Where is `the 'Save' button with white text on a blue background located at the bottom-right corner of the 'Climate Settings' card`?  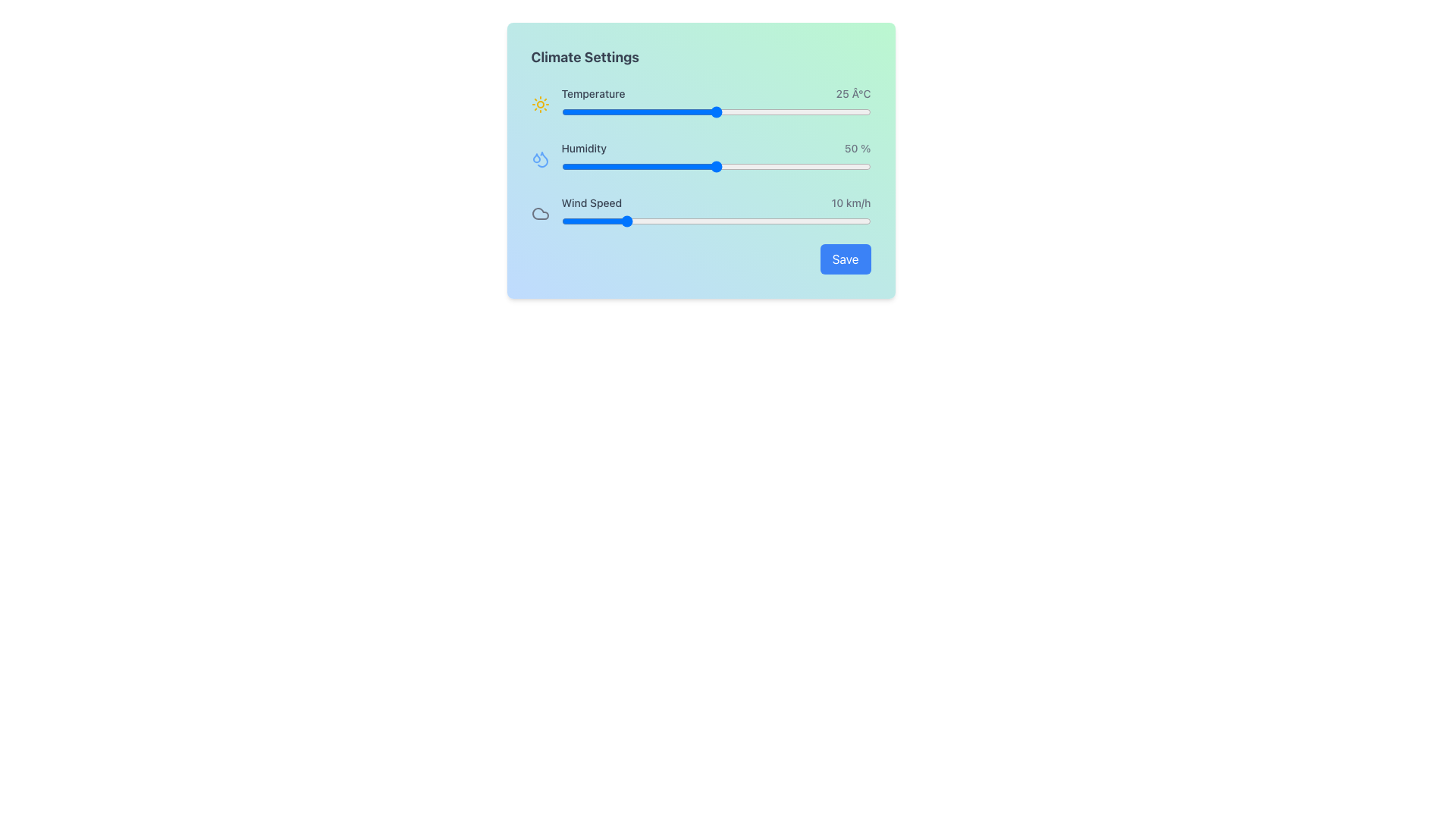 the 'Save' button with white text on a blue background located at the bottom-right corner of the 'Climate Settings' card is located at coordinates (844, 259).